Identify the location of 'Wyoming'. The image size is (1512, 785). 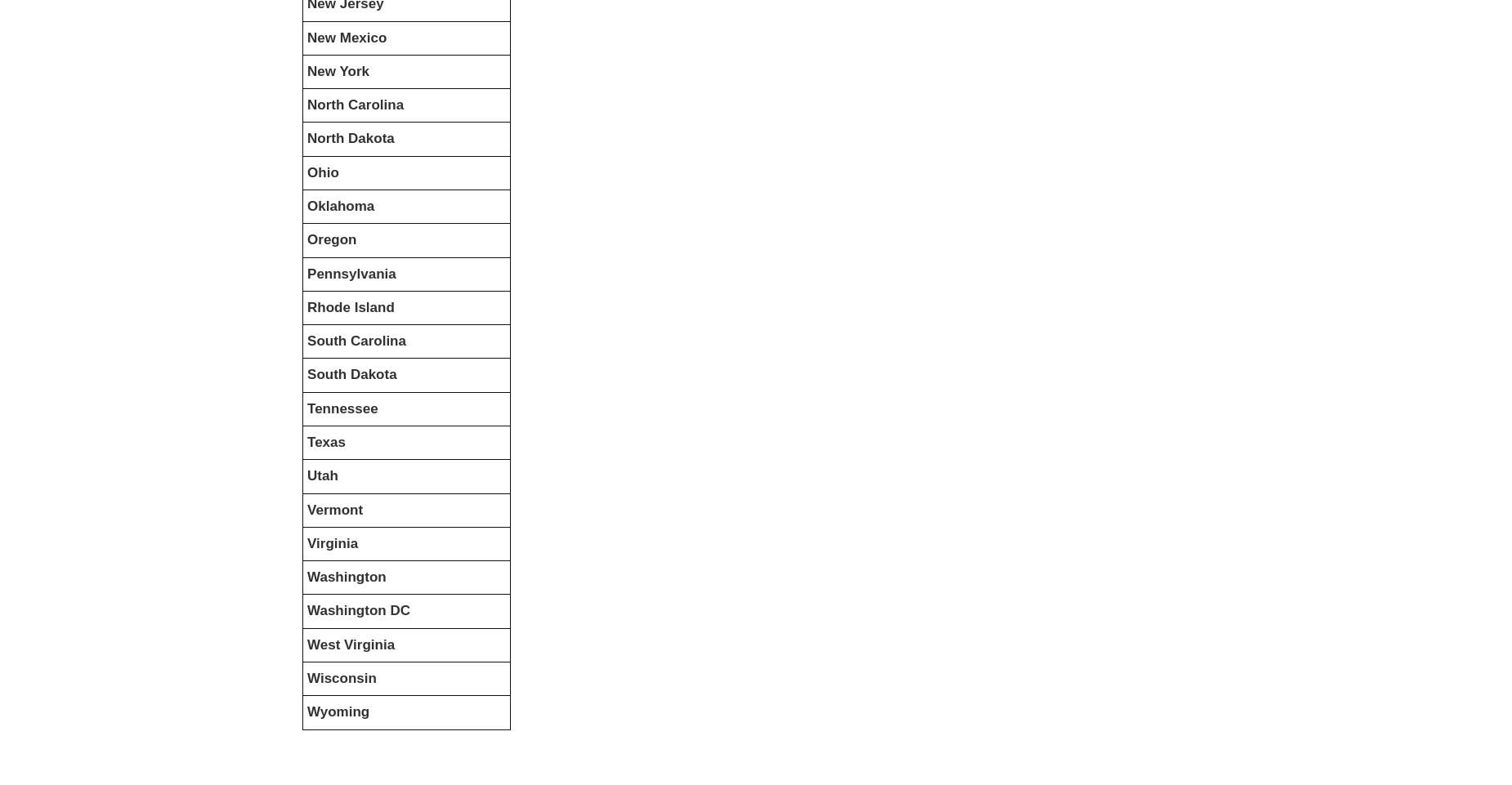
(338, 711).